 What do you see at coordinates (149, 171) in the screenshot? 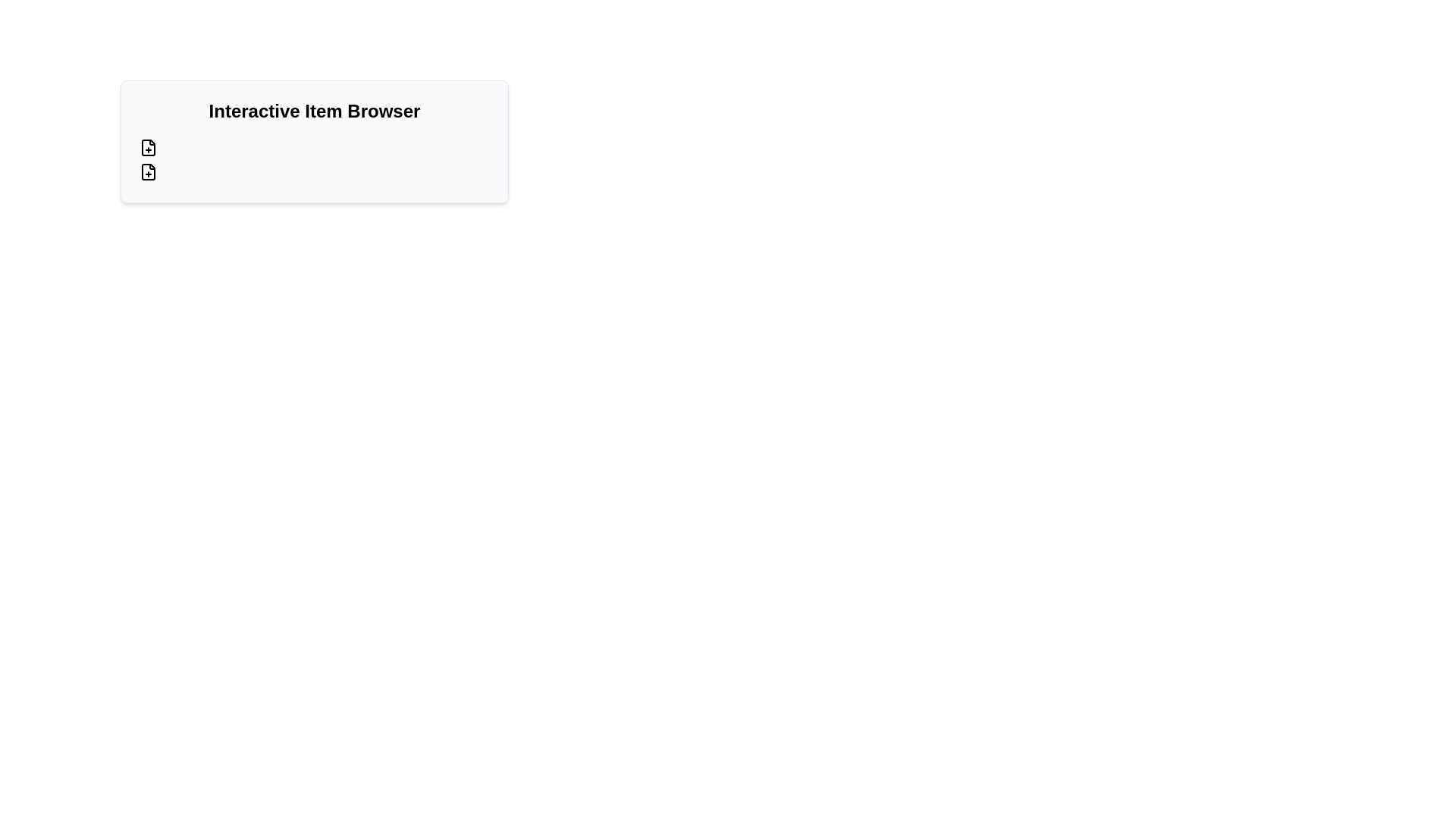
I see `the first icon in the Interactive Item Browser` at bounding box center [149, 171].